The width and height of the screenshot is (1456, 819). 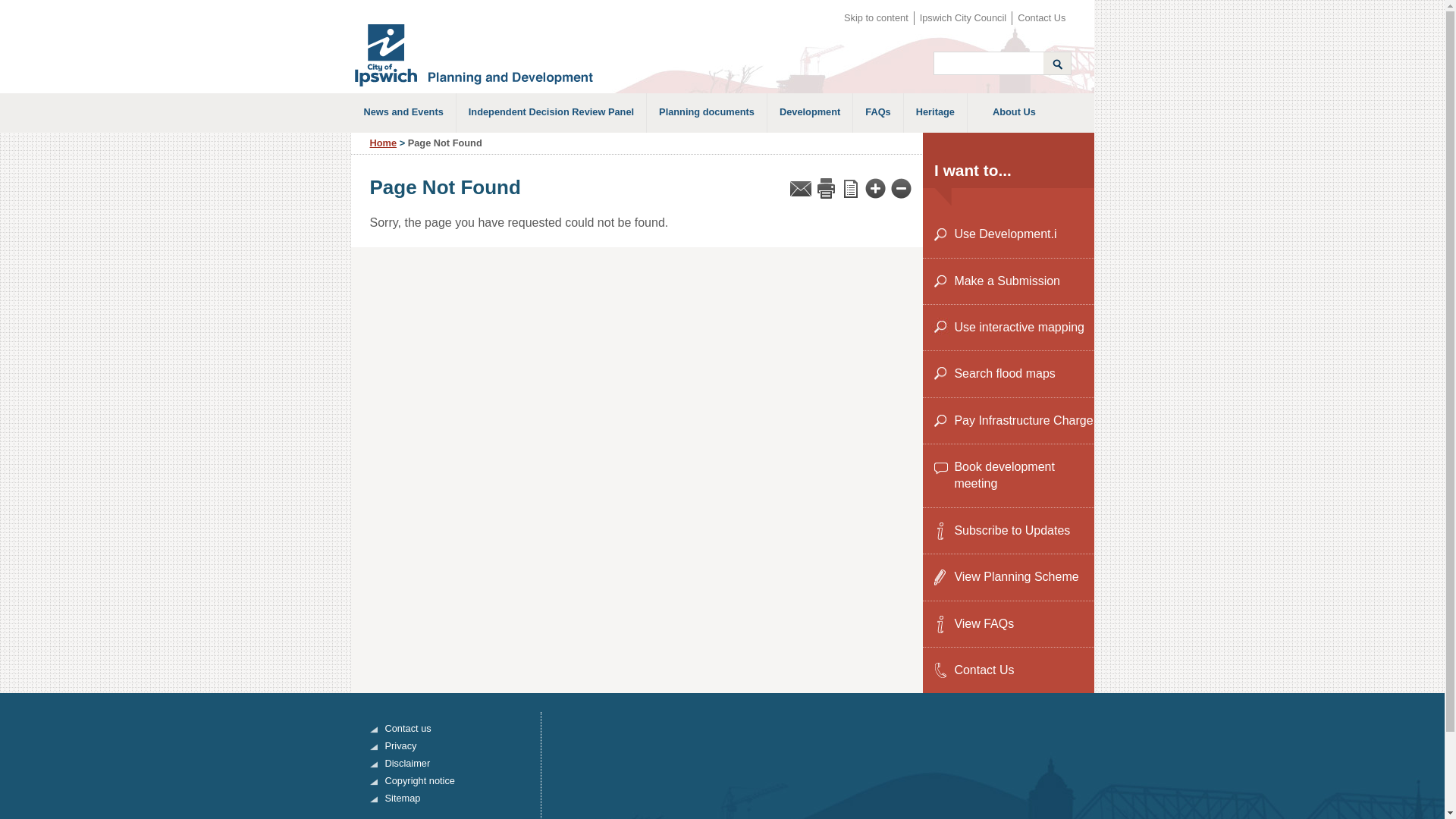 I want to click on 'Disclaimer', so click(x=462, y=763).